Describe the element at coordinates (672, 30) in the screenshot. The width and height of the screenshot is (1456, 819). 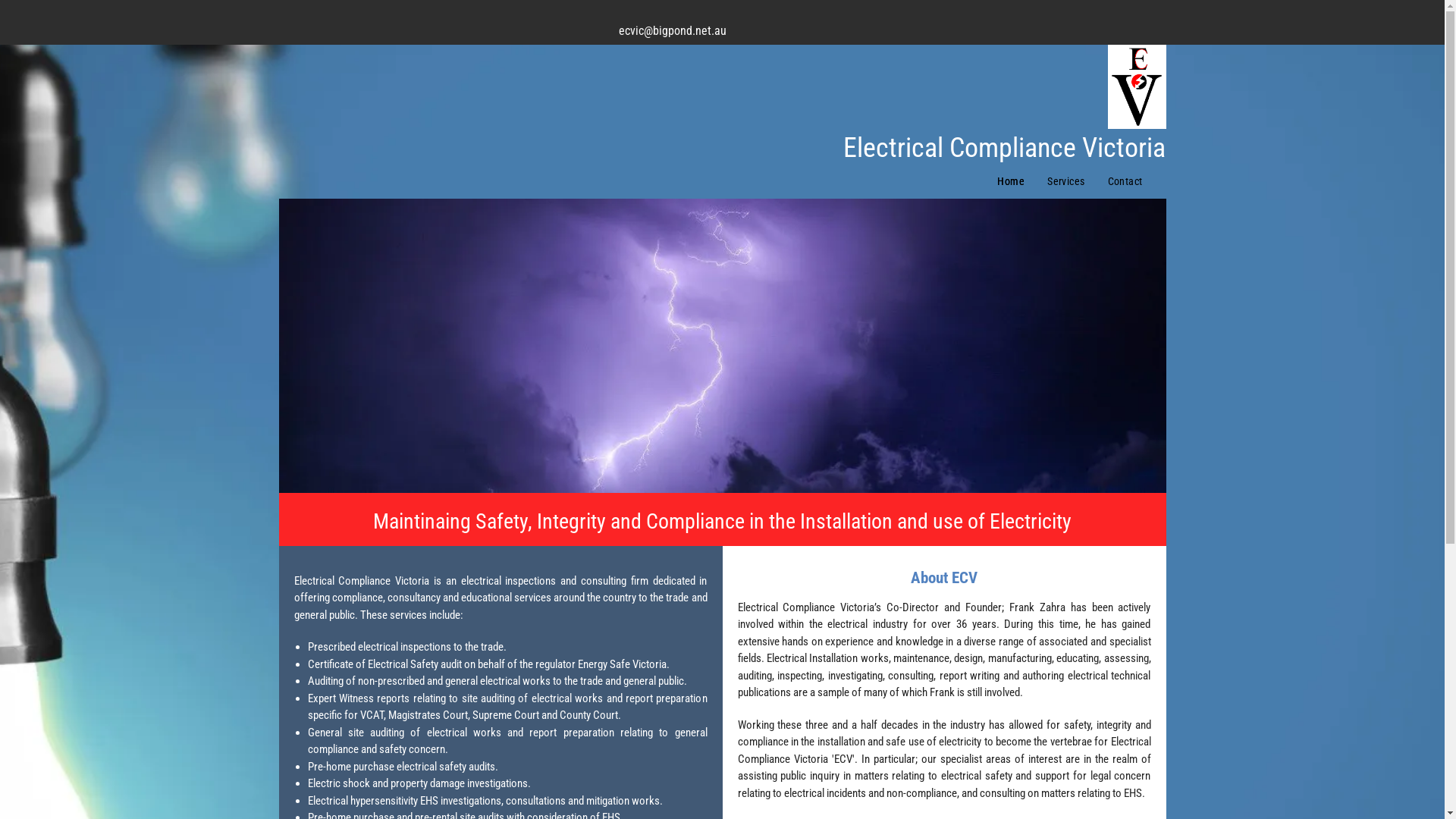
I see `'ecvic@bigpond.net.au'` at that location.